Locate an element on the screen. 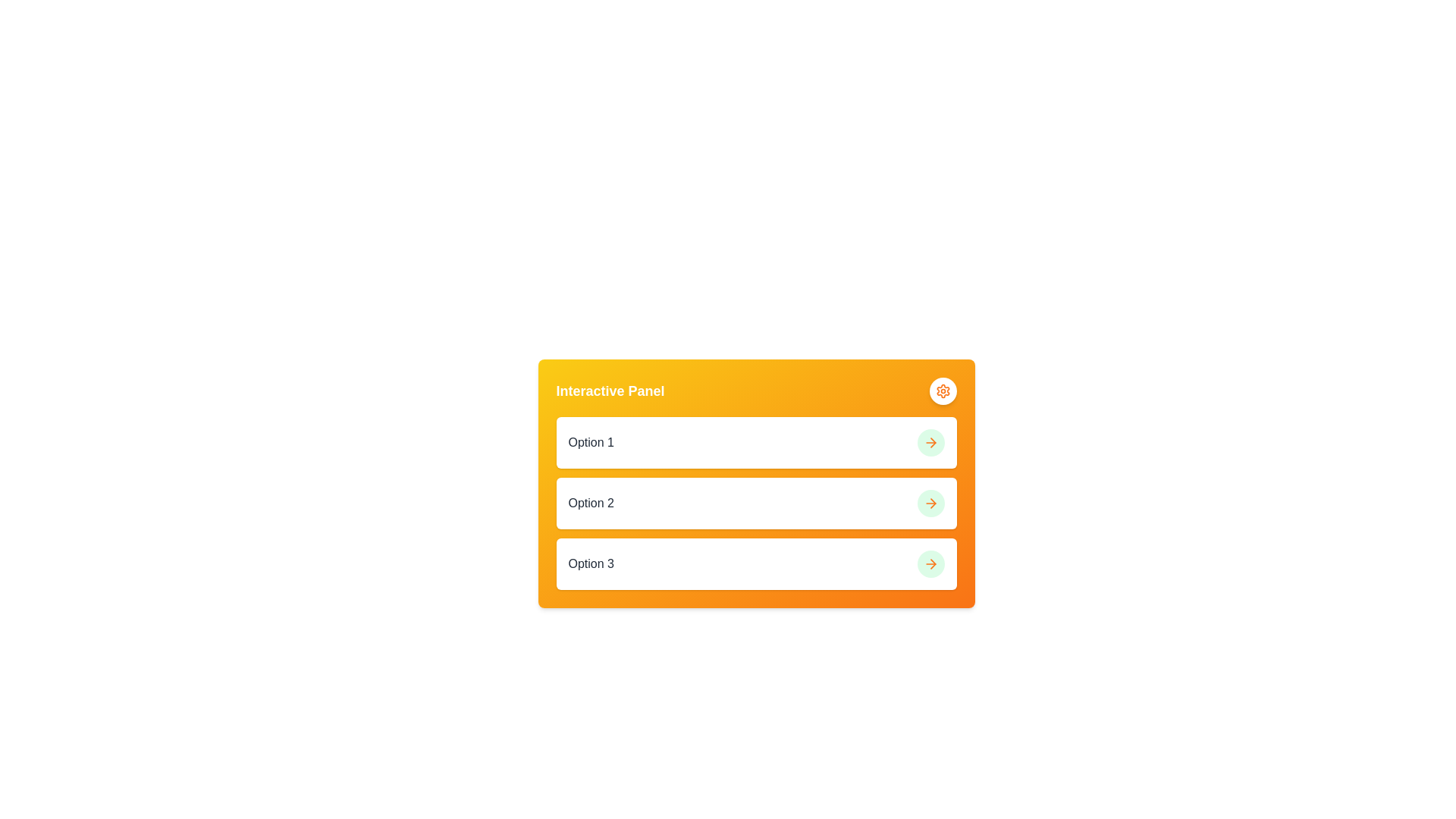  the circular settings button with an orange gear icon located at the top-right corner of the Interactive Panel is located at coordinates (942, 391).